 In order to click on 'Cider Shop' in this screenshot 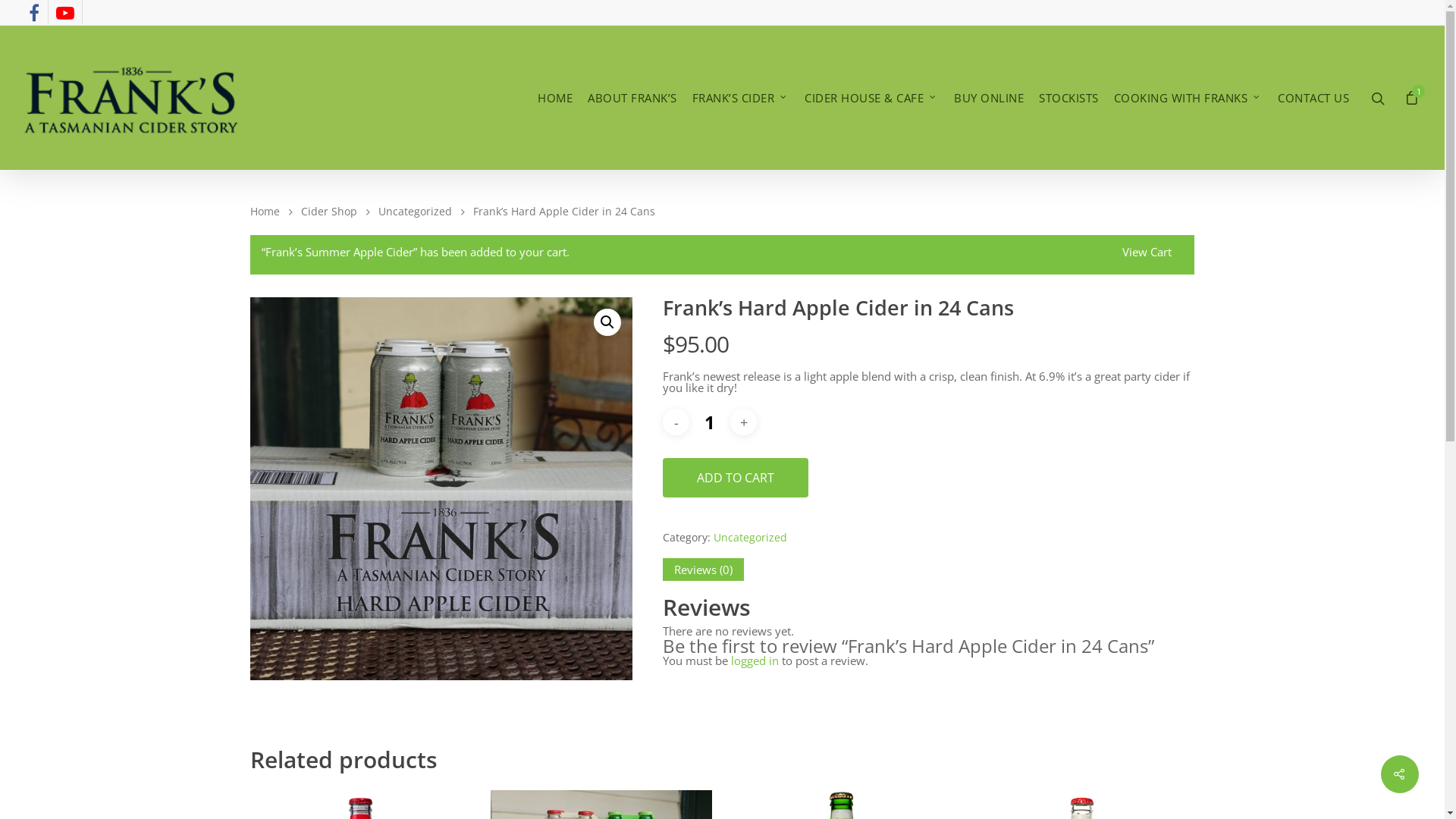, I will do `click(301, 211)`.